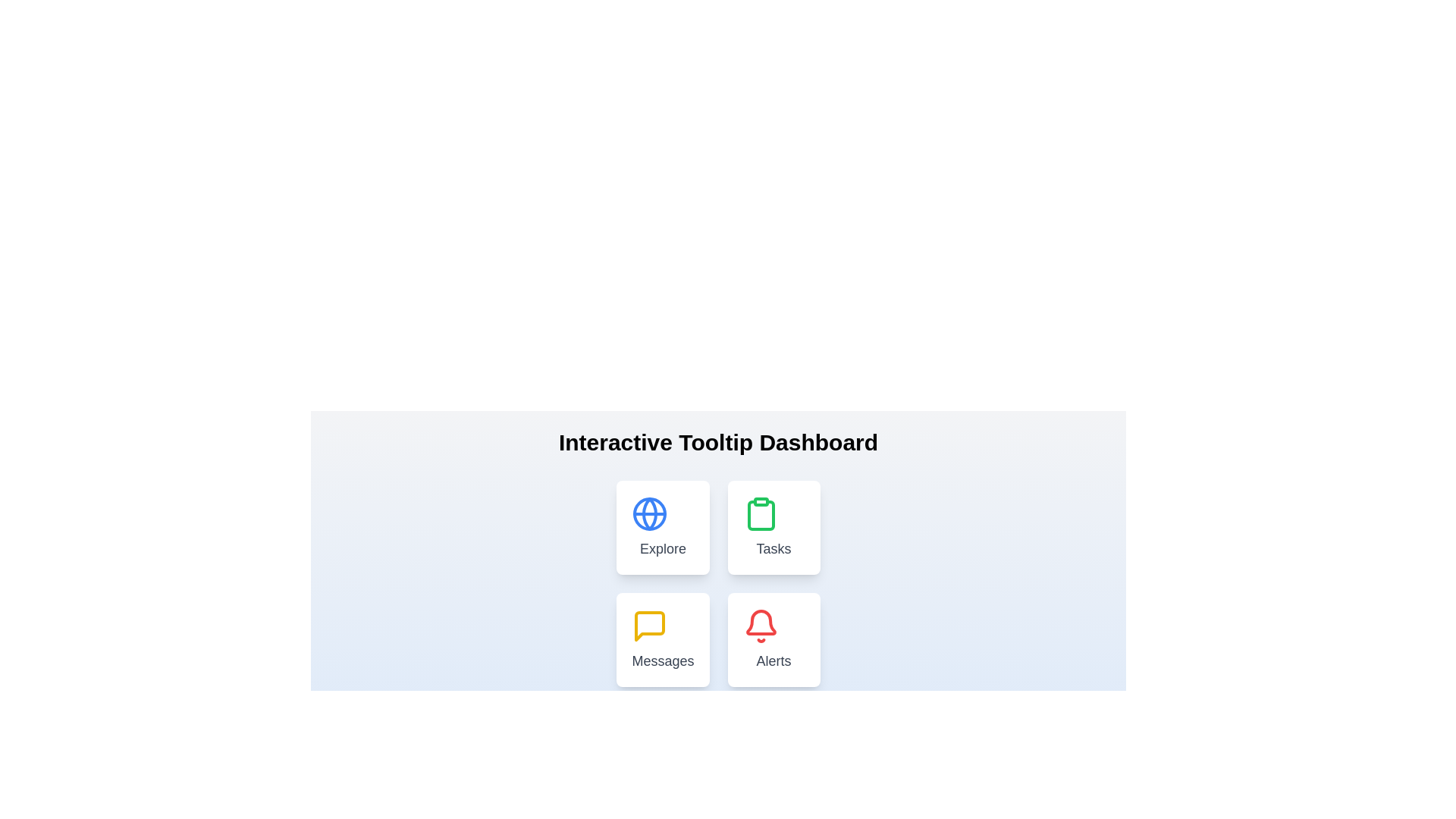  What do you see at coordinates (663, 526) in the screenshot?
I see `the 'Explore' card located at the top-left position of a 2x2 grid, featuring a blue globe icon and medium gray text` at bounding box center [663, 526].